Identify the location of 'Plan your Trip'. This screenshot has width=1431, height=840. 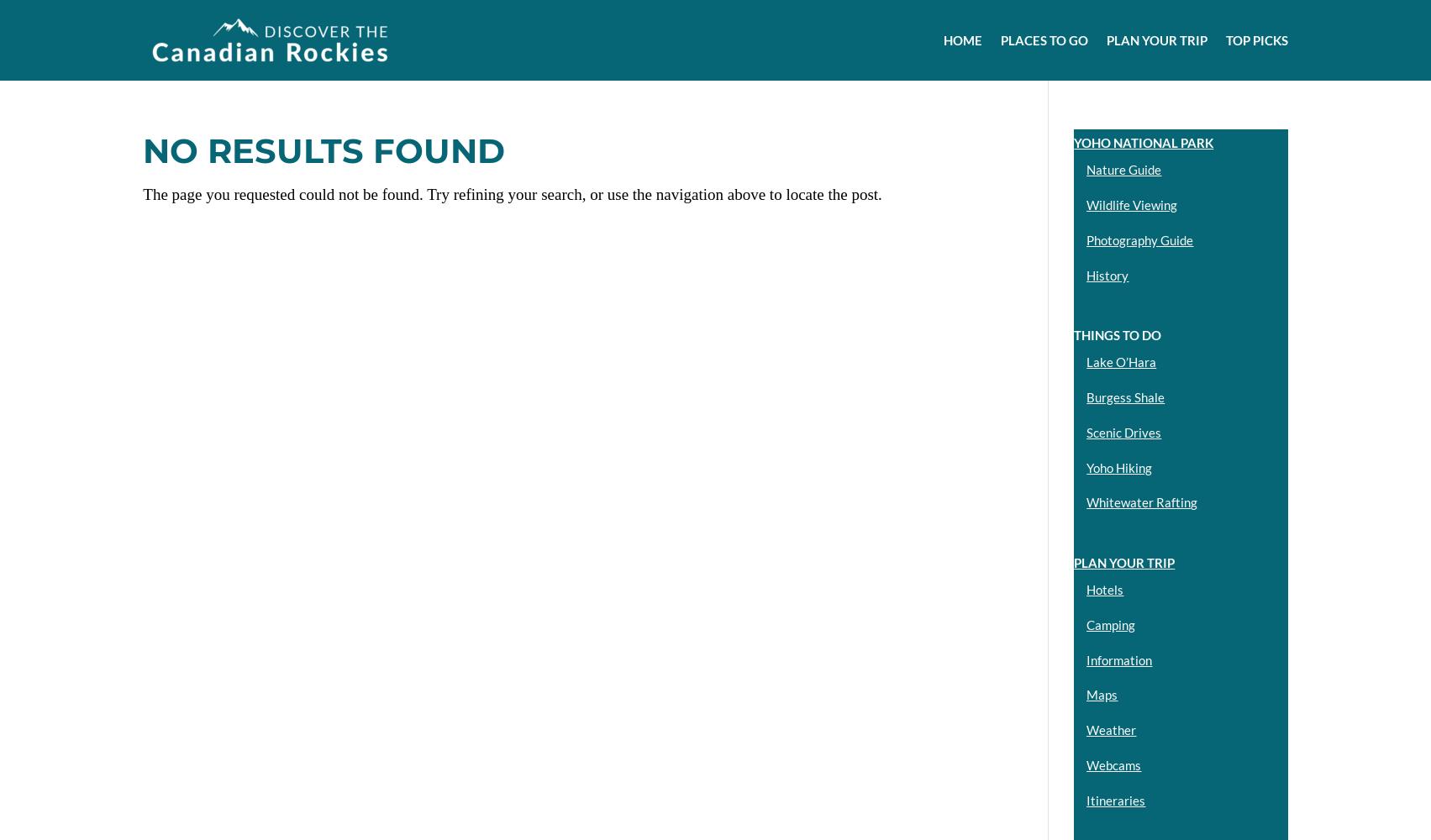
(1156, 40).